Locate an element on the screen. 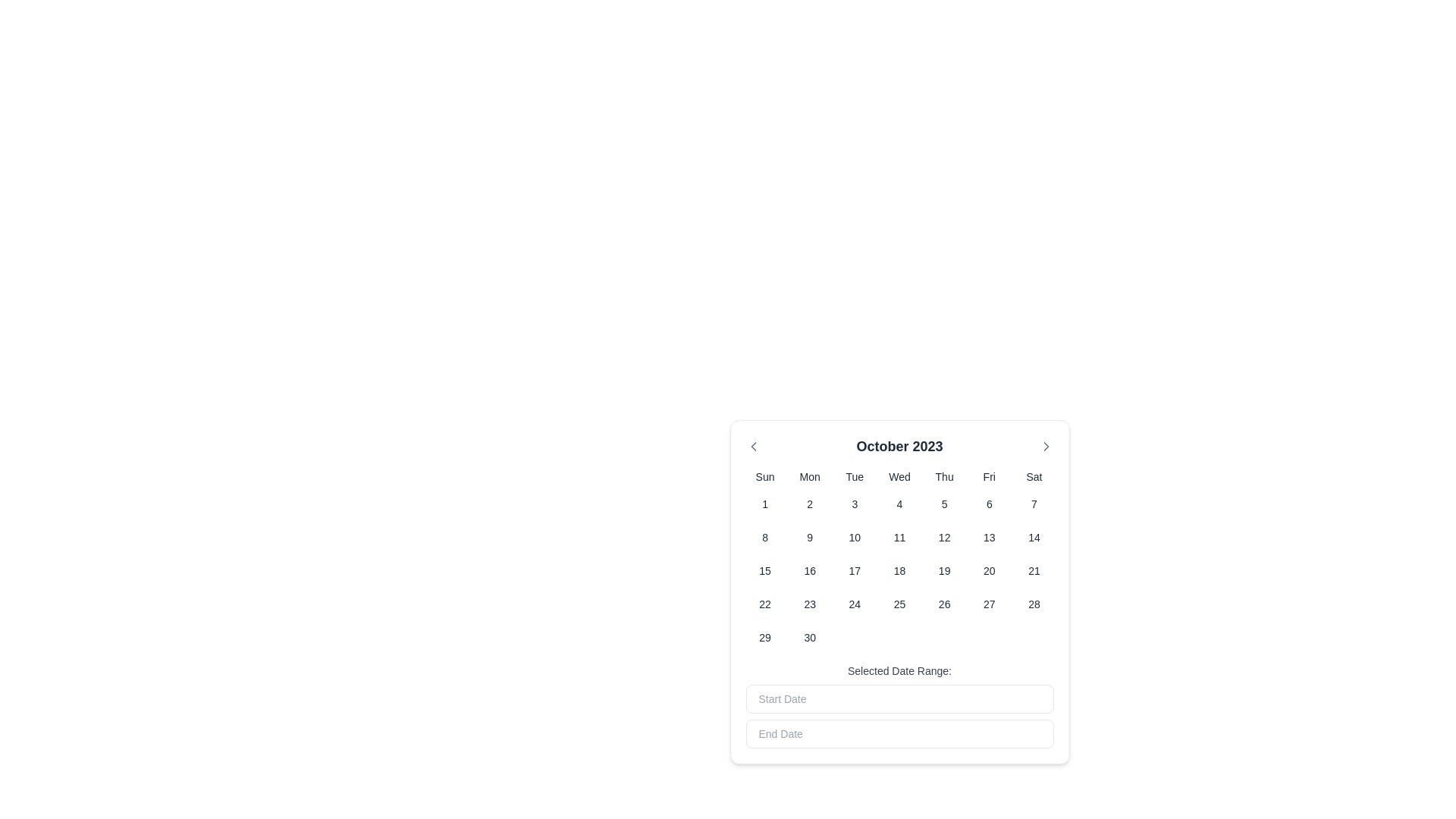  the button displaying the numeral '9' in the weekday block under 'Mon' is located at coordinates (809, 537).